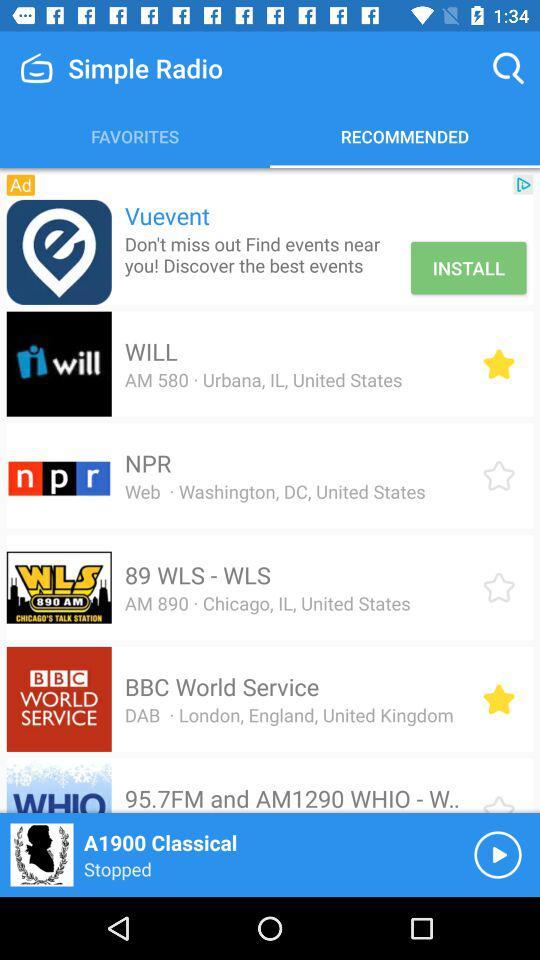  Describe the element at coordinates (147, 463) in the screenshot. I see `the item below am 580 urbana icon` at that location.